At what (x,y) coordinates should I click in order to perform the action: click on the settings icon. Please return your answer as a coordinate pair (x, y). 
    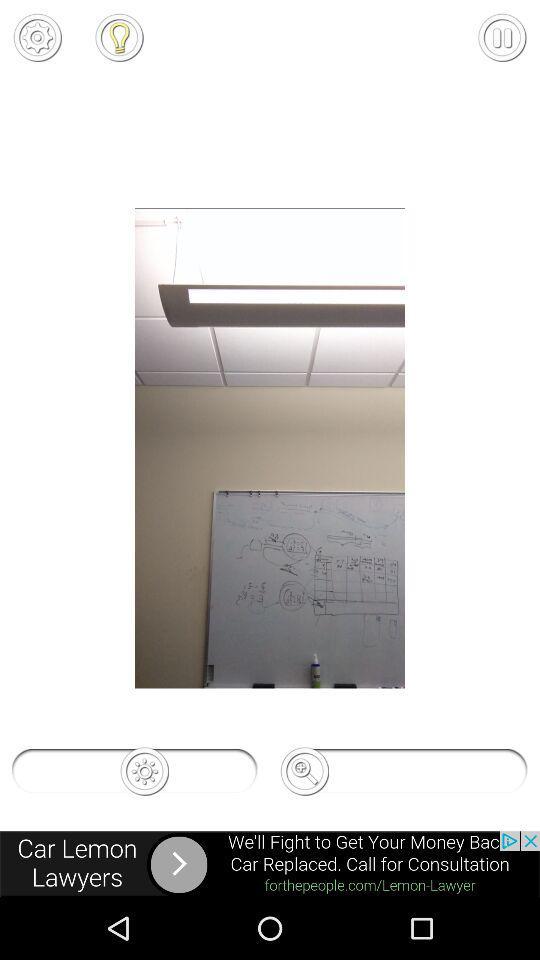
    Looking at the image, I should click on (37, 36).